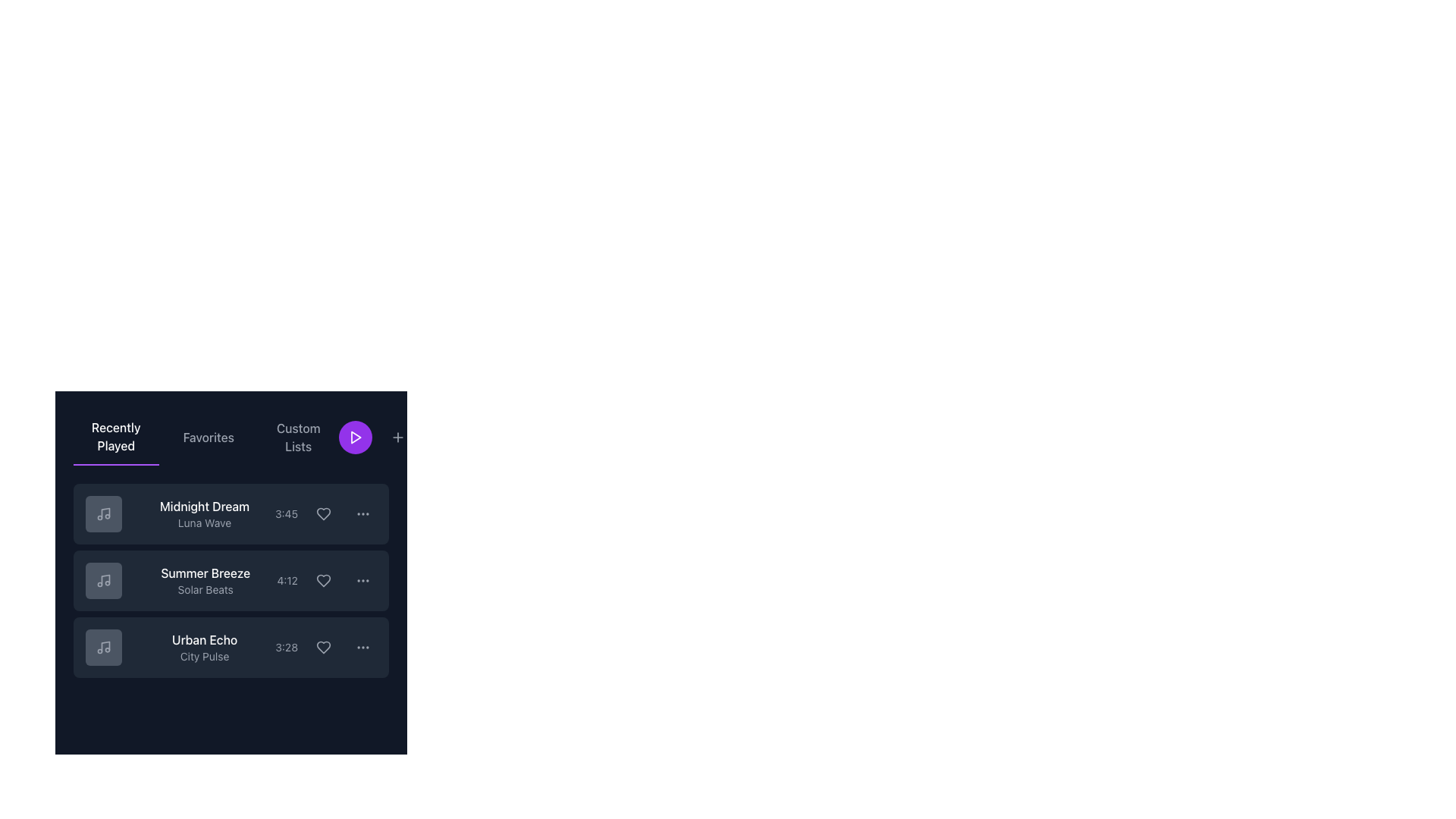 The image size is (1456, 819). Describe the element at coordinates (325, 647) in the screenshot. I see `the heart-shaped icon button with a gray outline and empty interior, located between the '3:28' label and an ellipsis icon in the 'Urban Echo City Pulse' card` at that location.